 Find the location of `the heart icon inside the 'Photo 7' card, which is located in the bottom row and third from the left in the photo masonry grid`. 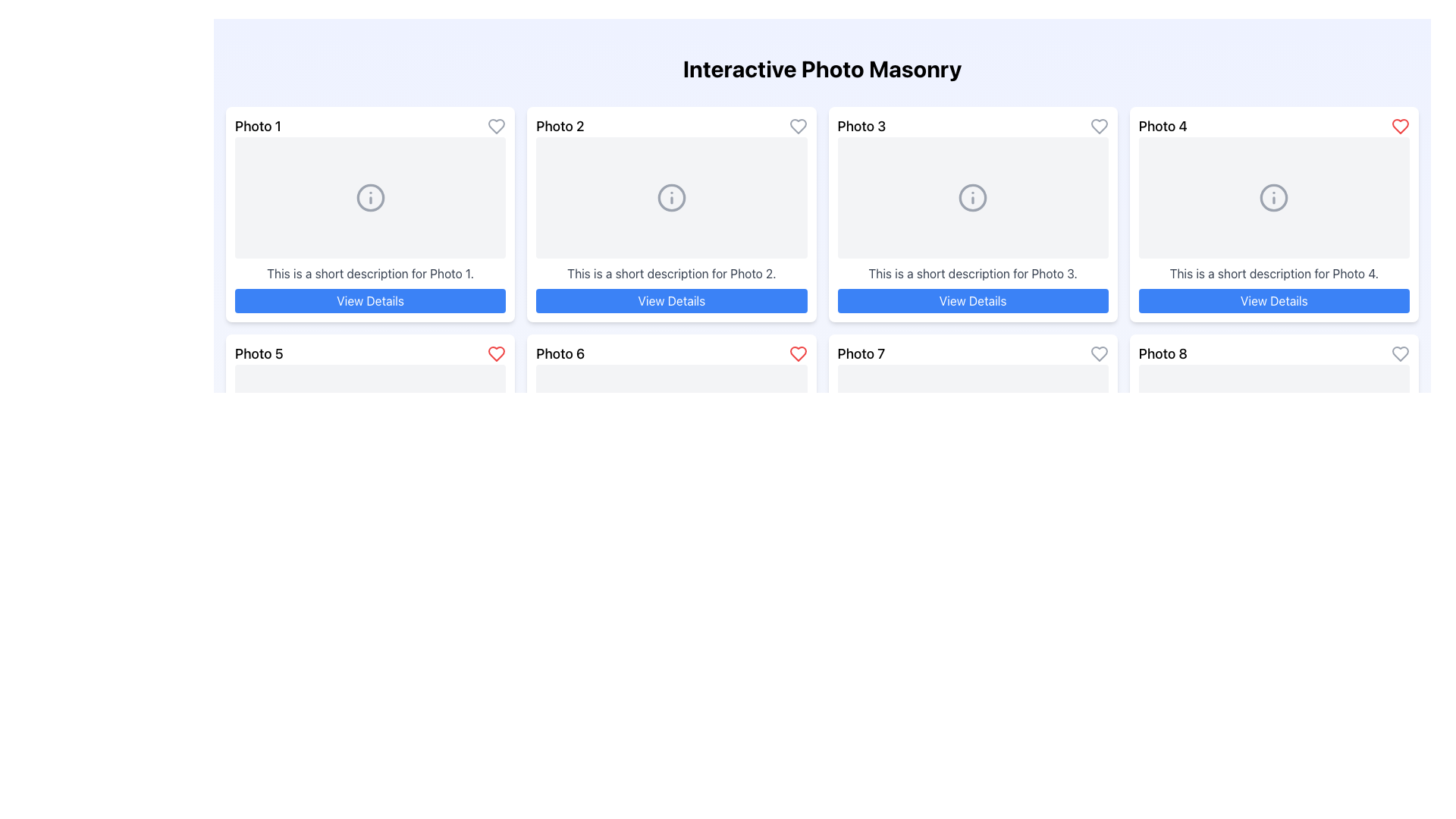

the heart icon inside the 'Photo 7' card, which is located in the bottom row and third from the left in the photo masonry grid is located at coordinates (1099, 353).